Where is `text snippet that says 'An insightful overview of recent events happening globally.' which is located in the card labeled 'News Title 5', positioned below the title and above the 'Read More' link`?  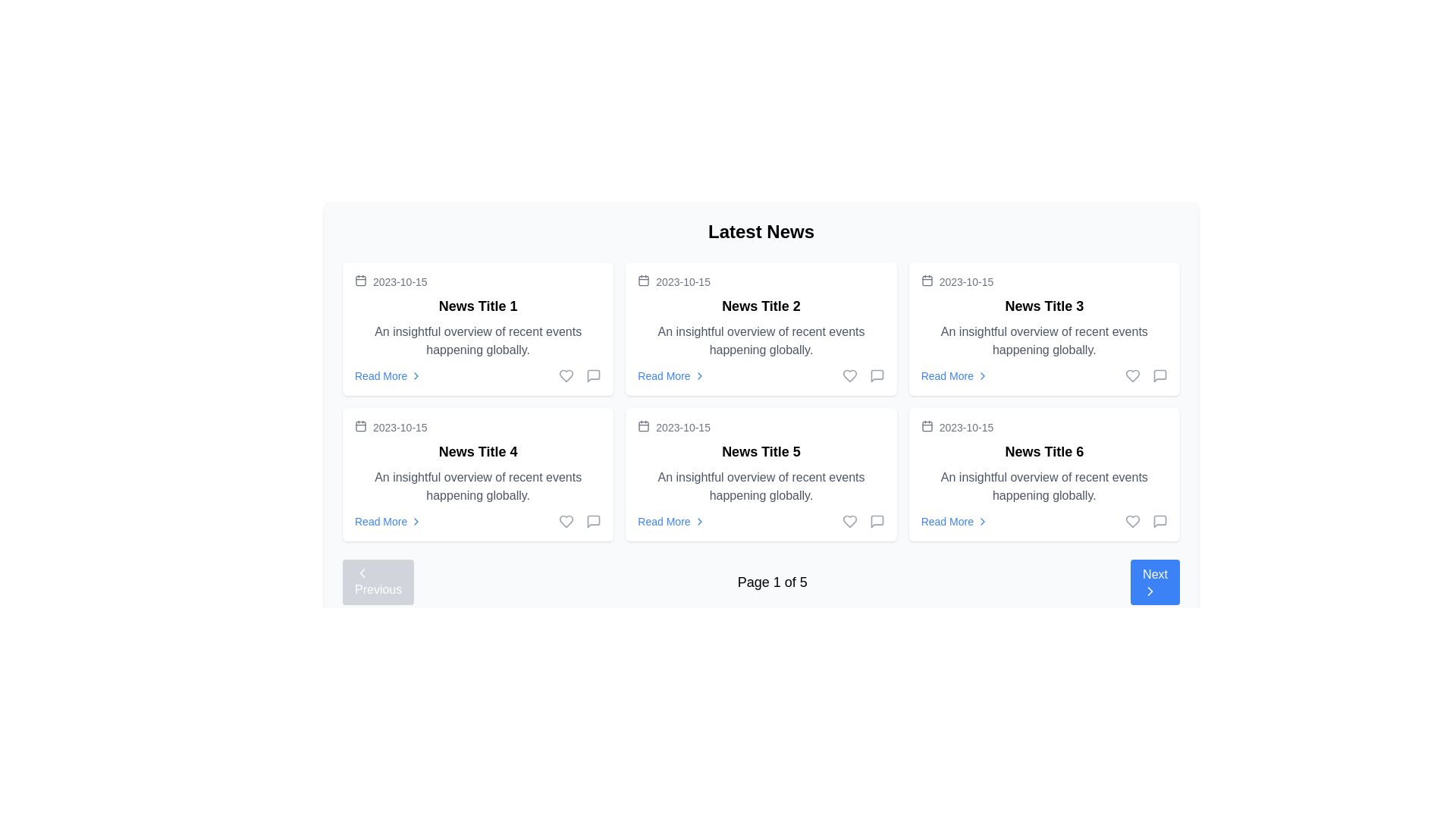
text snippet that says 'An insightful overview of recent events happening globally.' which is located in the card labeled 'News Title 5', positioned below the title and above the 'Read More' link is located at coordinates (761, 486).